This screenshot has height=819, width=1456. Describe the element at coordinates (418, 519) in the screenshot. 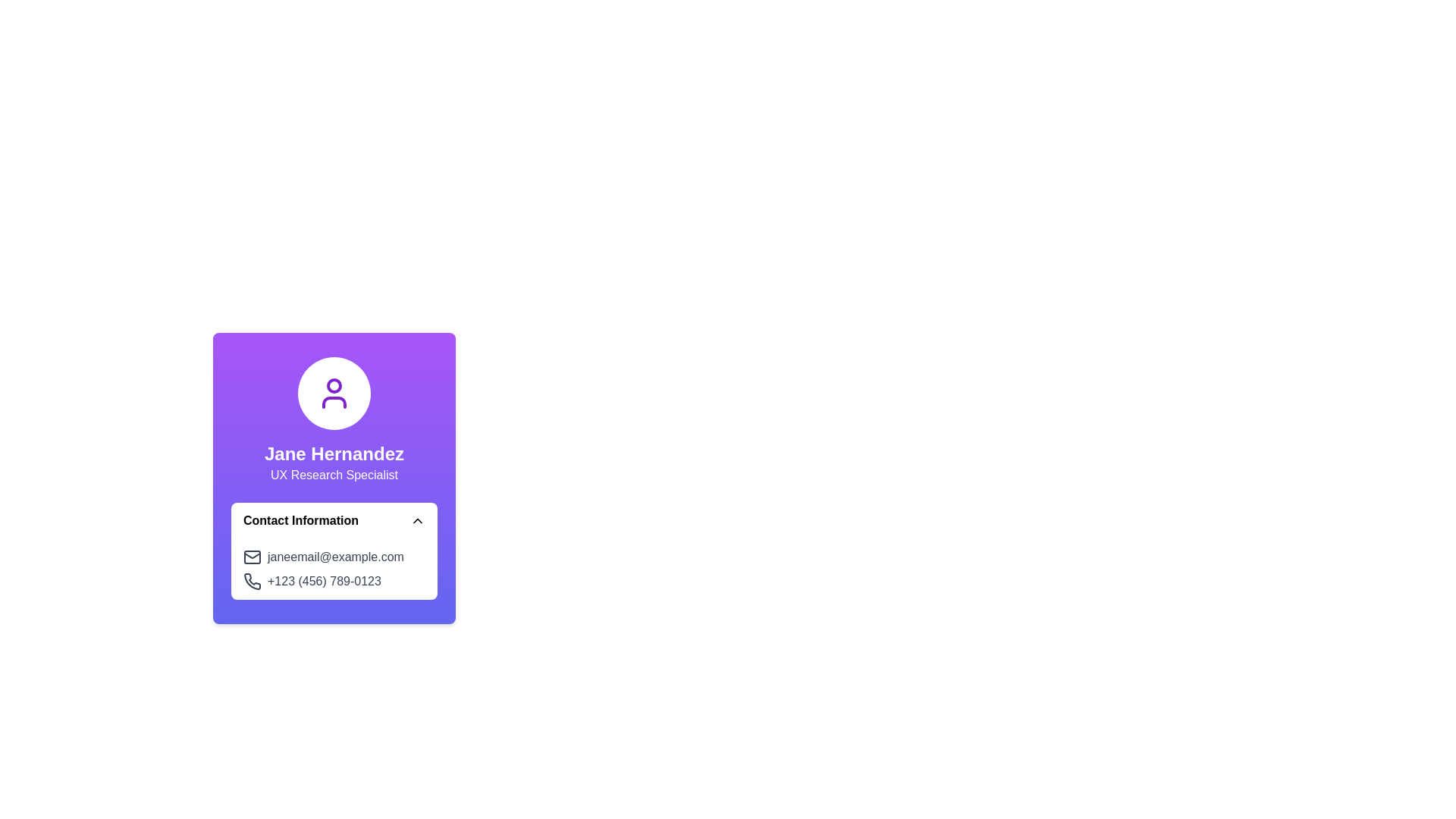

I see `the downward-pointing chevron icon located to the right of the 'Contact Information' text` at that location.